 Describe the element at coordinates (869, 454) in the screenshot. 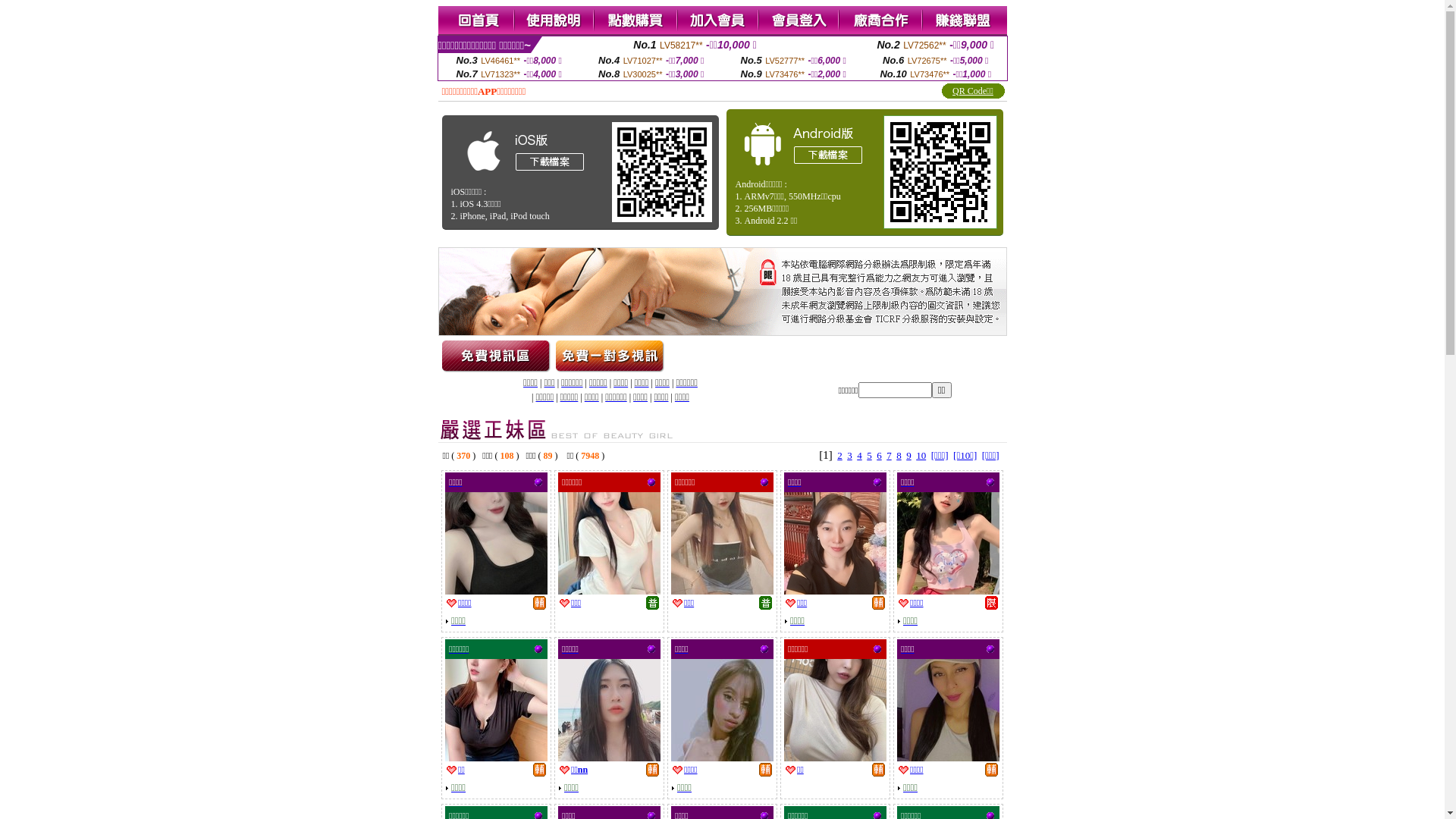

I see `'5'` at that location.